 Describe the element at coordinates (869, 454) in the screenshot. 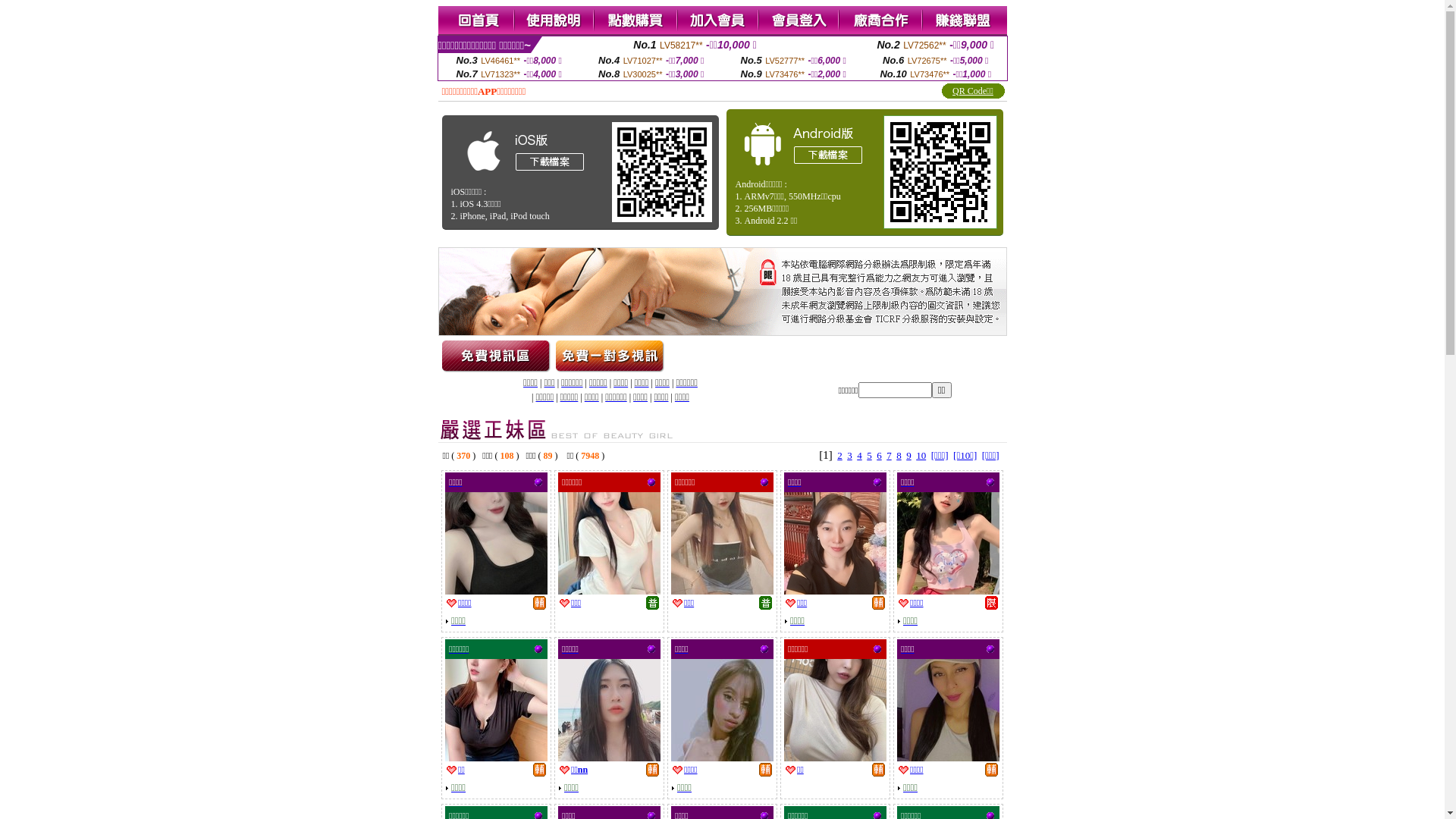

I see `'5'` at that location.